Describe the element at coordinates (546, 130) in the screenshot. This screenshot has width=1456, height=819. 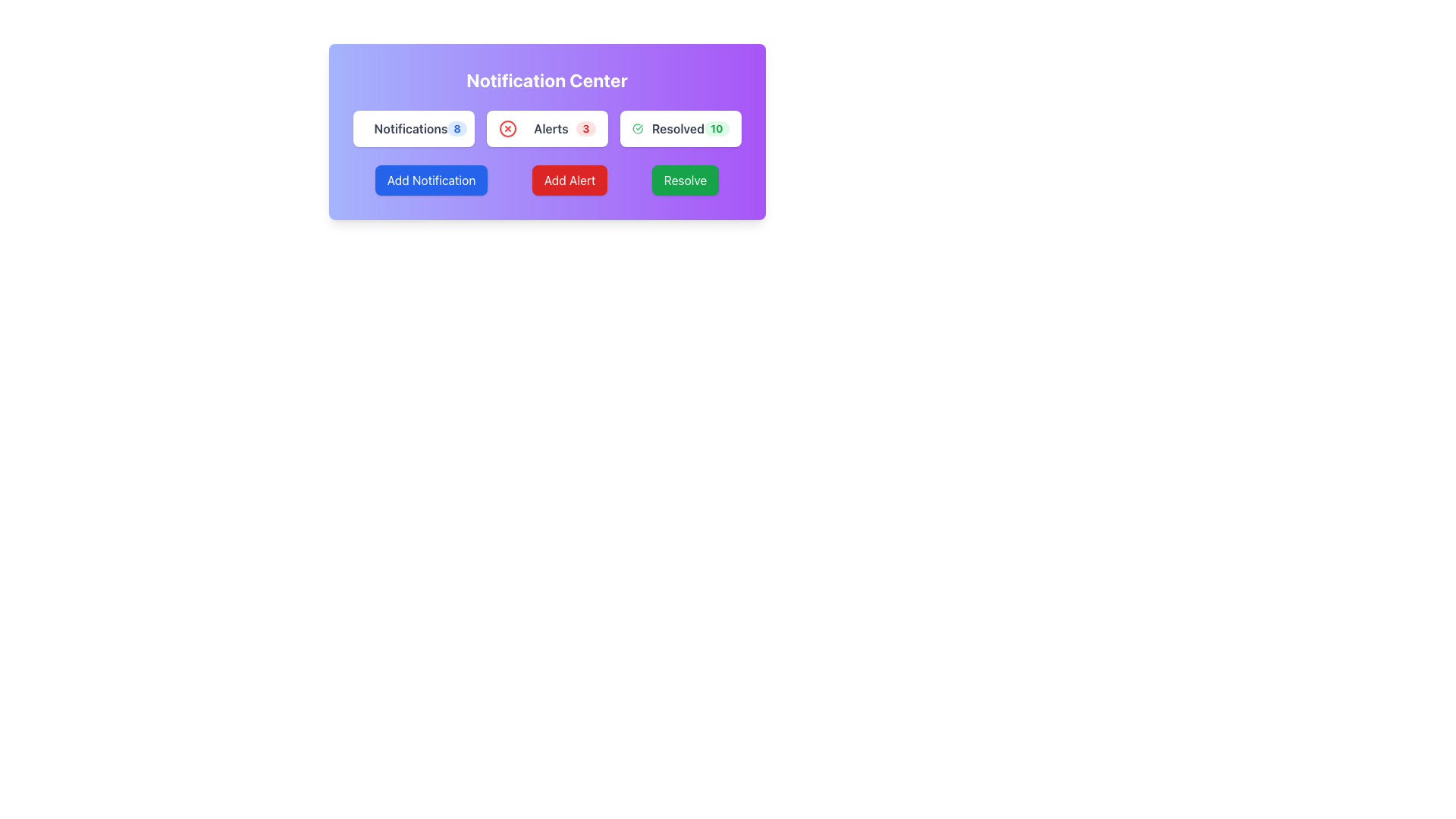
I see `the buttons in the 'Notification Center' panel, which includes 'Add Notification', 'Add Alert', and 'Resolve' actions` at that location.